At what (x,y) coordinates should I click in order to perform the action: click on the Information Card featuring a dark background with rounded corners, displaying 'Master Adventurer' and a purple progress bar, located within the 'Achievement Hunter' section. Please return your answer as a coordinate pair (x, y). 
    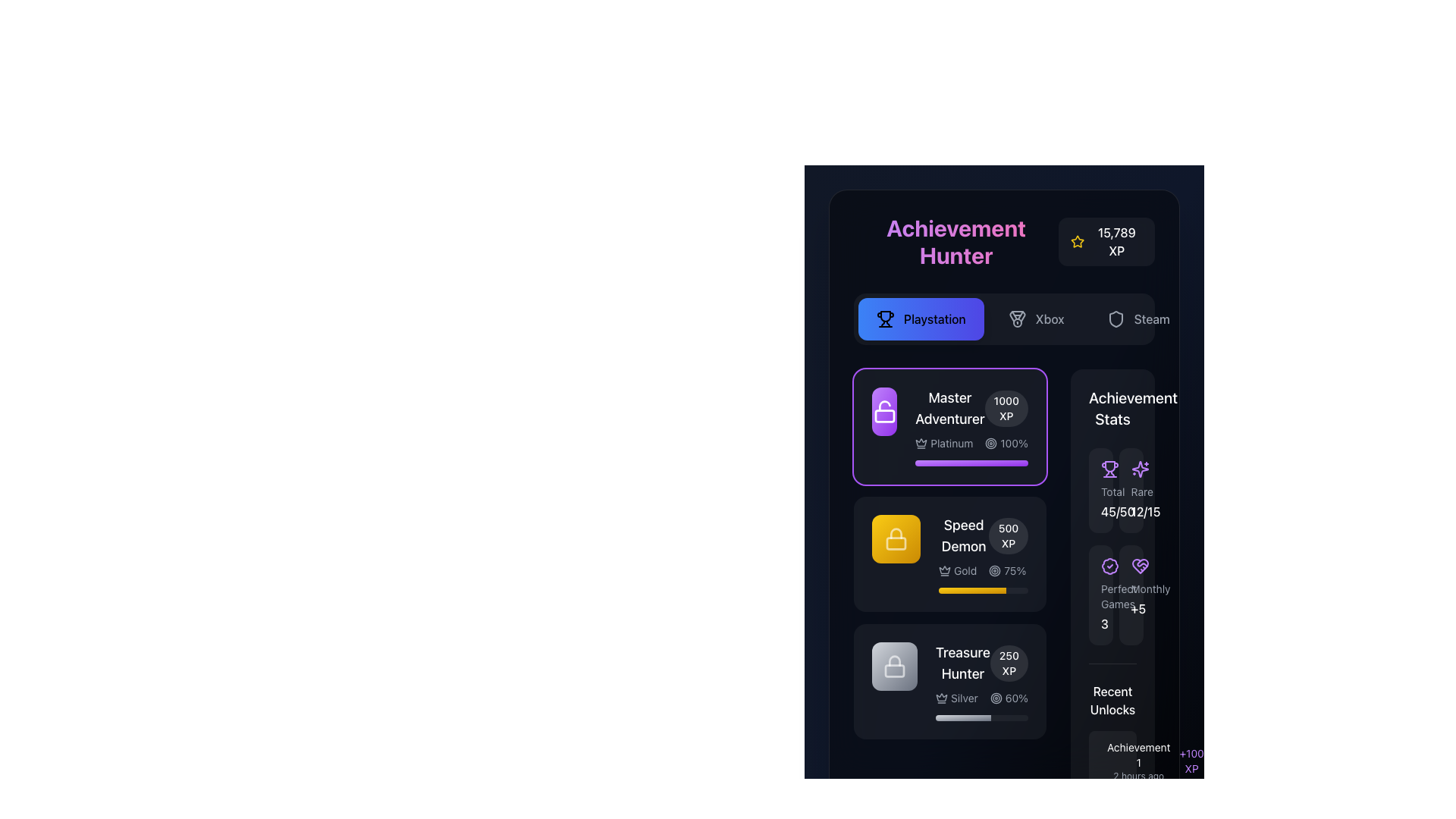
    Looking at the image, I should click on (949, 427).